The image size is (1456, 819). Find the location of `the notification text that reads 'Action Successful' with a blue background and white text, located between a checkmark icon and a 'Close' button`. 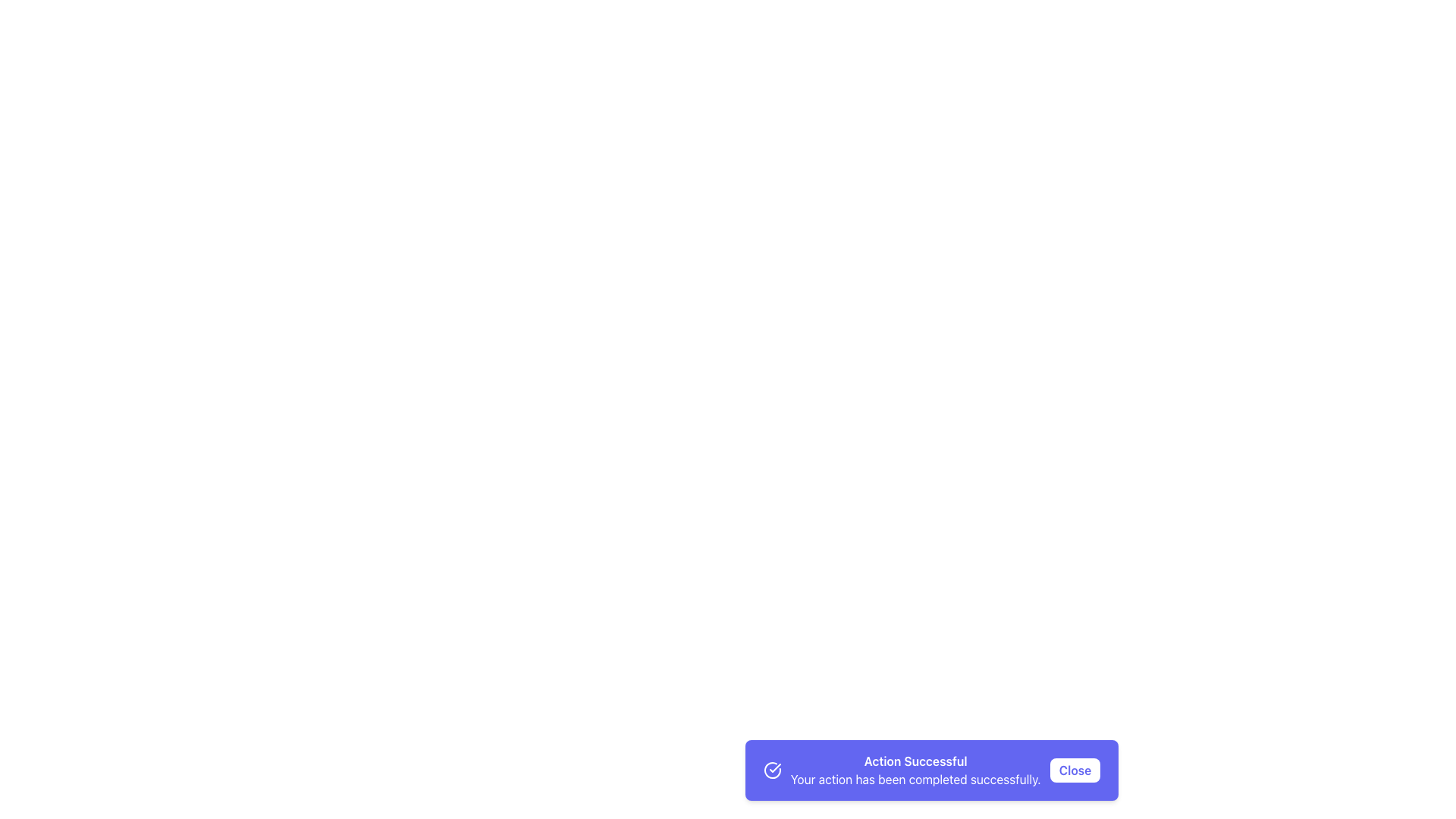

the notification text that reads 'Action Successful' with a blue background and white text, located between a checkmark icon and a 'Close' button is located at coordinates (915, 770).